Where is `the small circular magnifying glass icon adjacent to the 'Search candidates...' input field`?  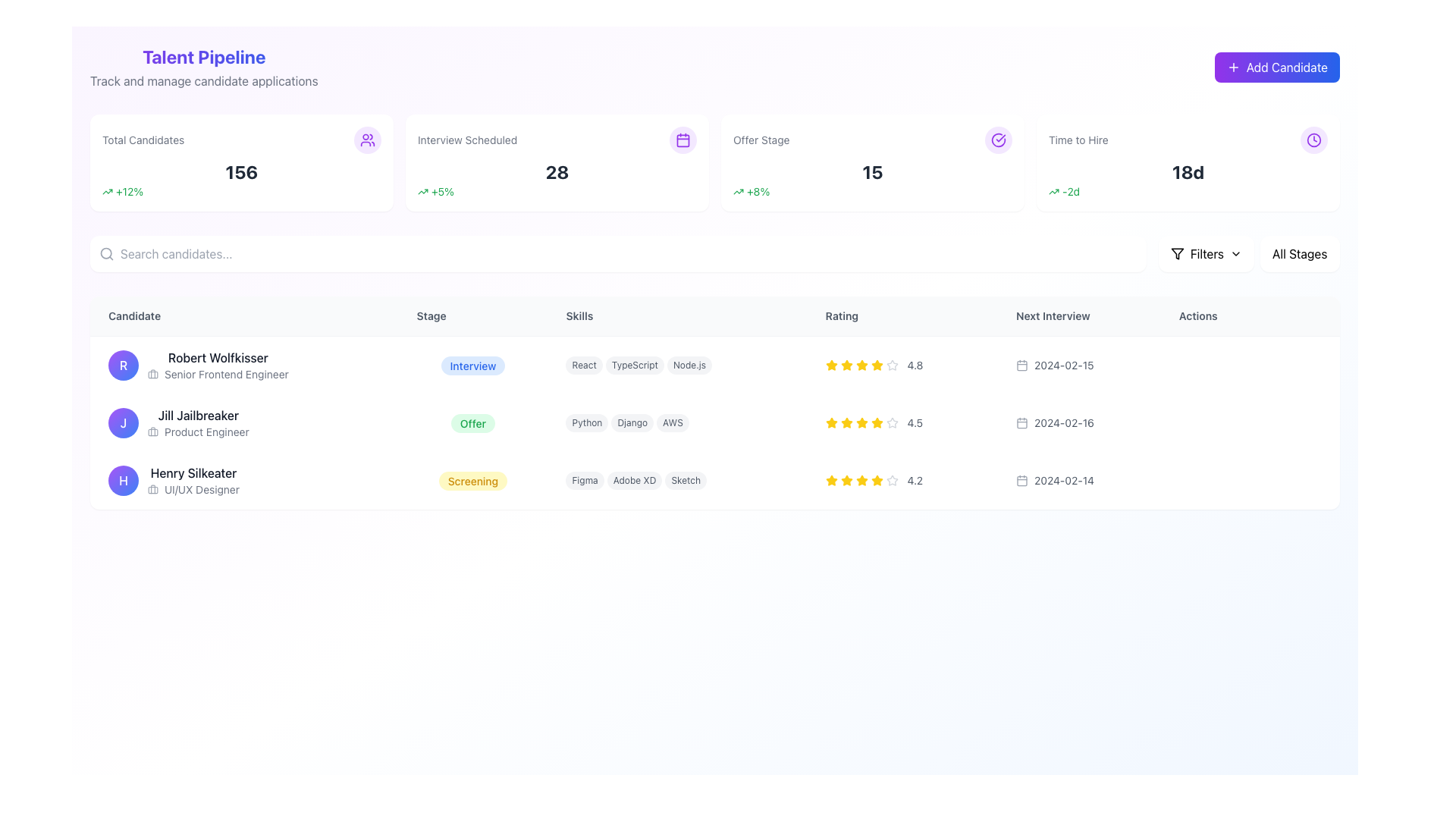
the small circular magnifying glass icon adjacent to the 'Search candidates...' input field is located at coordinates (105, 253).